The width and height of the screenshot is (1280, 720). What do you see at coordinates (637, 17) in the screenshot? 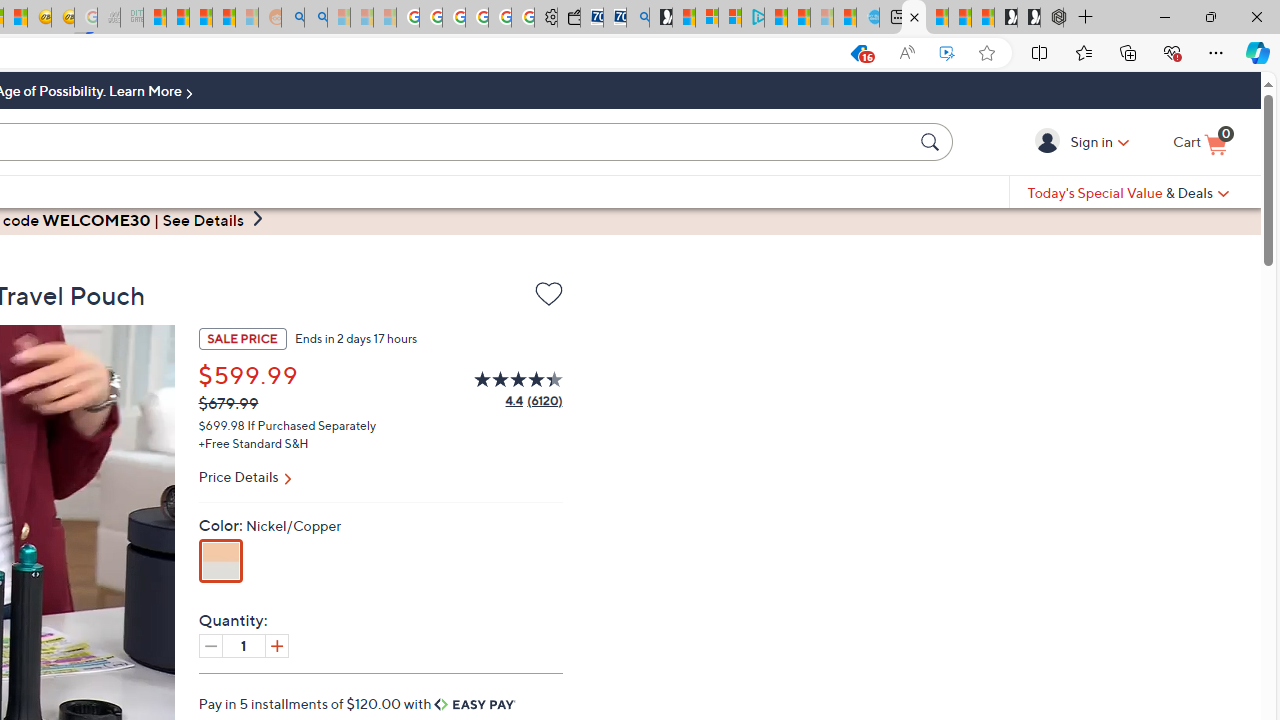
I see `'Bing Real Estate - Home sales and rental listings'` at bounding box center [637, 17].